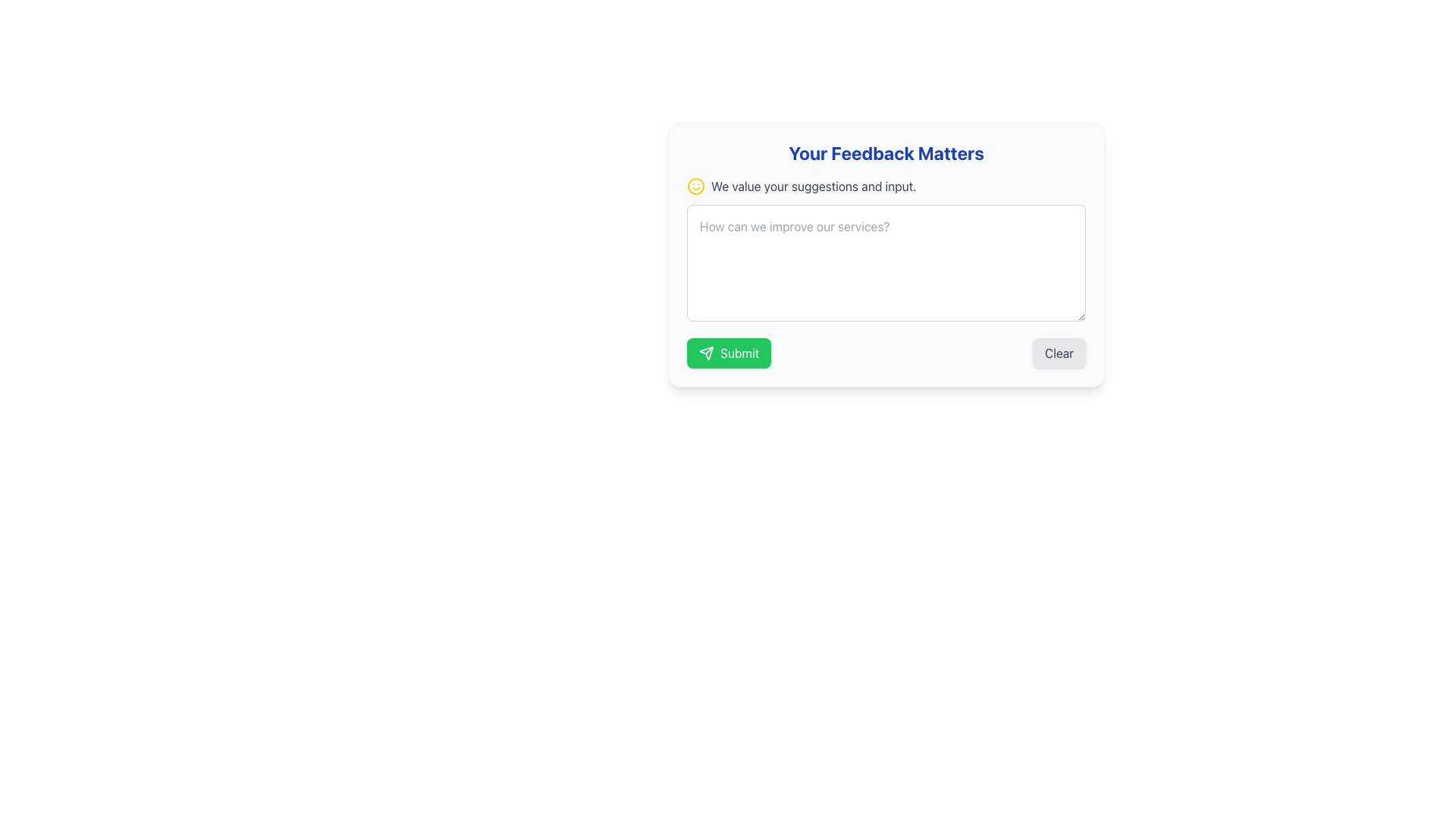 Image resolution: width=1456 pixels, height=819 pixels. What do you see at coordinates (739, 353) in the screenshot?
I see `the 'Submit' button containing the text label for submission to observe any hover effects` at bounding box center [739, 353].